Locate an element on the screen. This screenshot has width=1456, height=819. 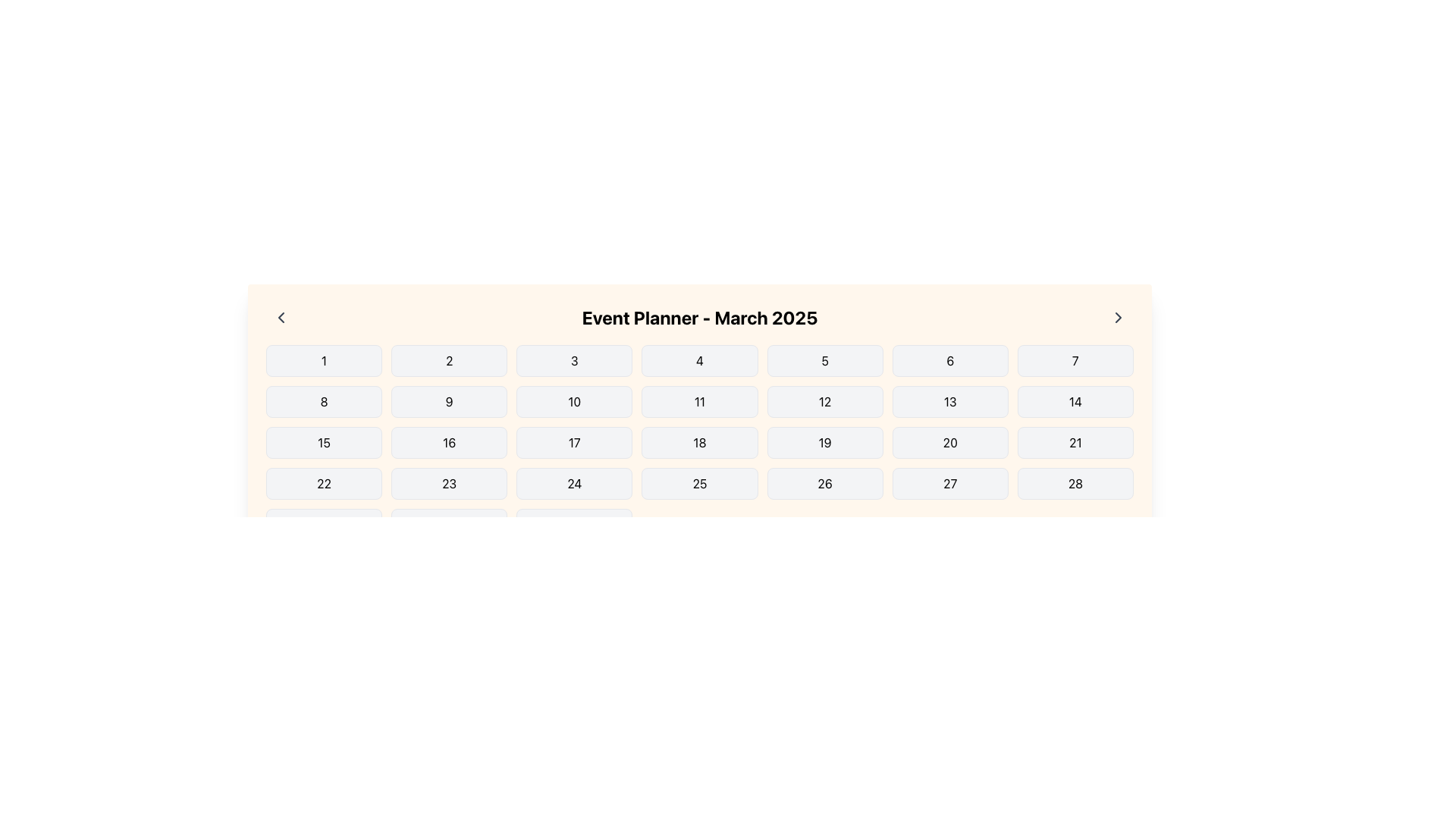
the button-like cell displaying the number '12' in the second row and sixth column of the grid under 'Event Planner - March 2025' is located at coordinates (824, 400).